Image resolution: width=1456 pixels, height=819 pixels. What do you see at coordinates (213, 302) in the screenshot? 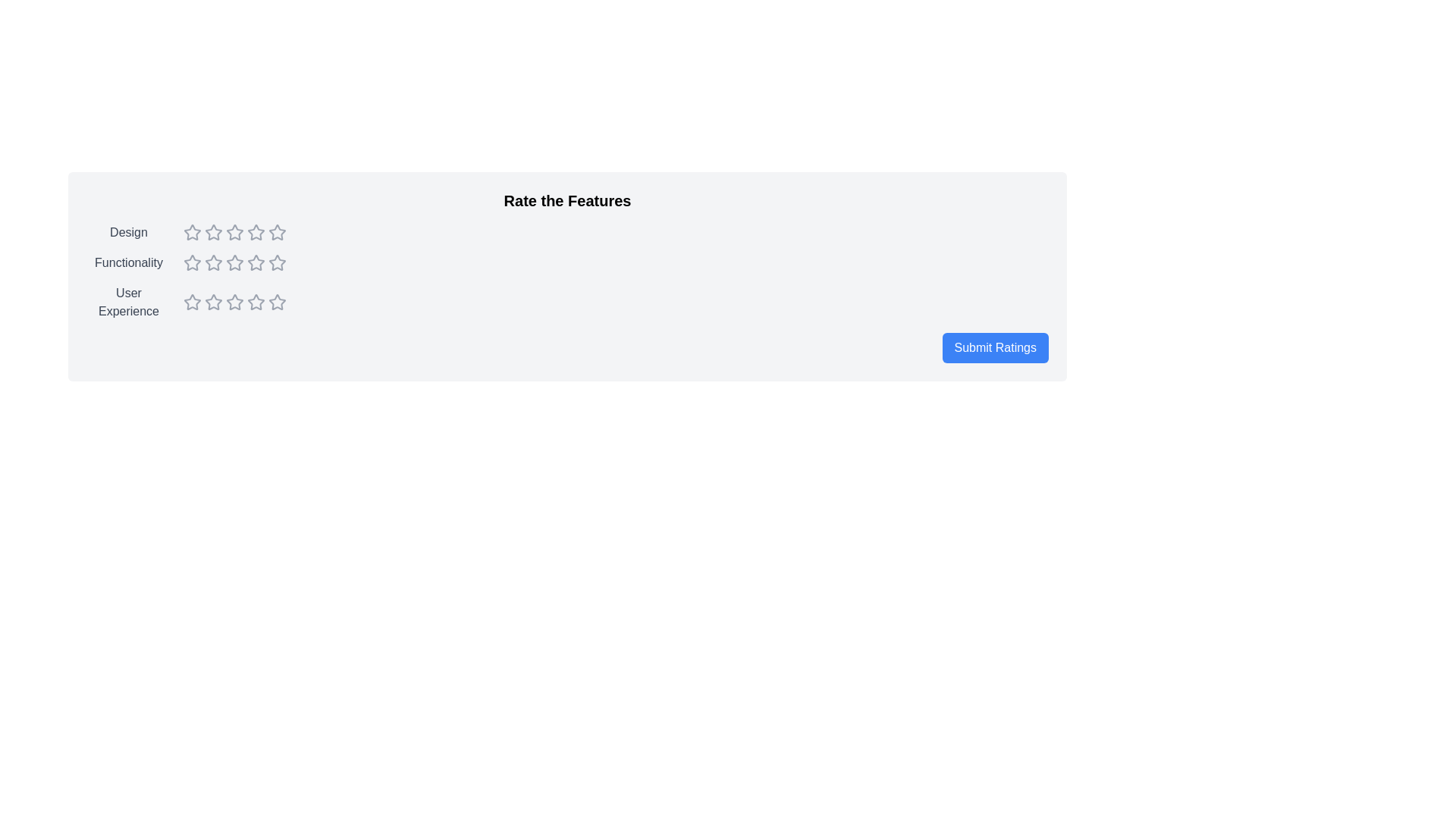
I see `the second star icon for the 'User Experience' rating to change the rating` at bounding box center [213, 302].